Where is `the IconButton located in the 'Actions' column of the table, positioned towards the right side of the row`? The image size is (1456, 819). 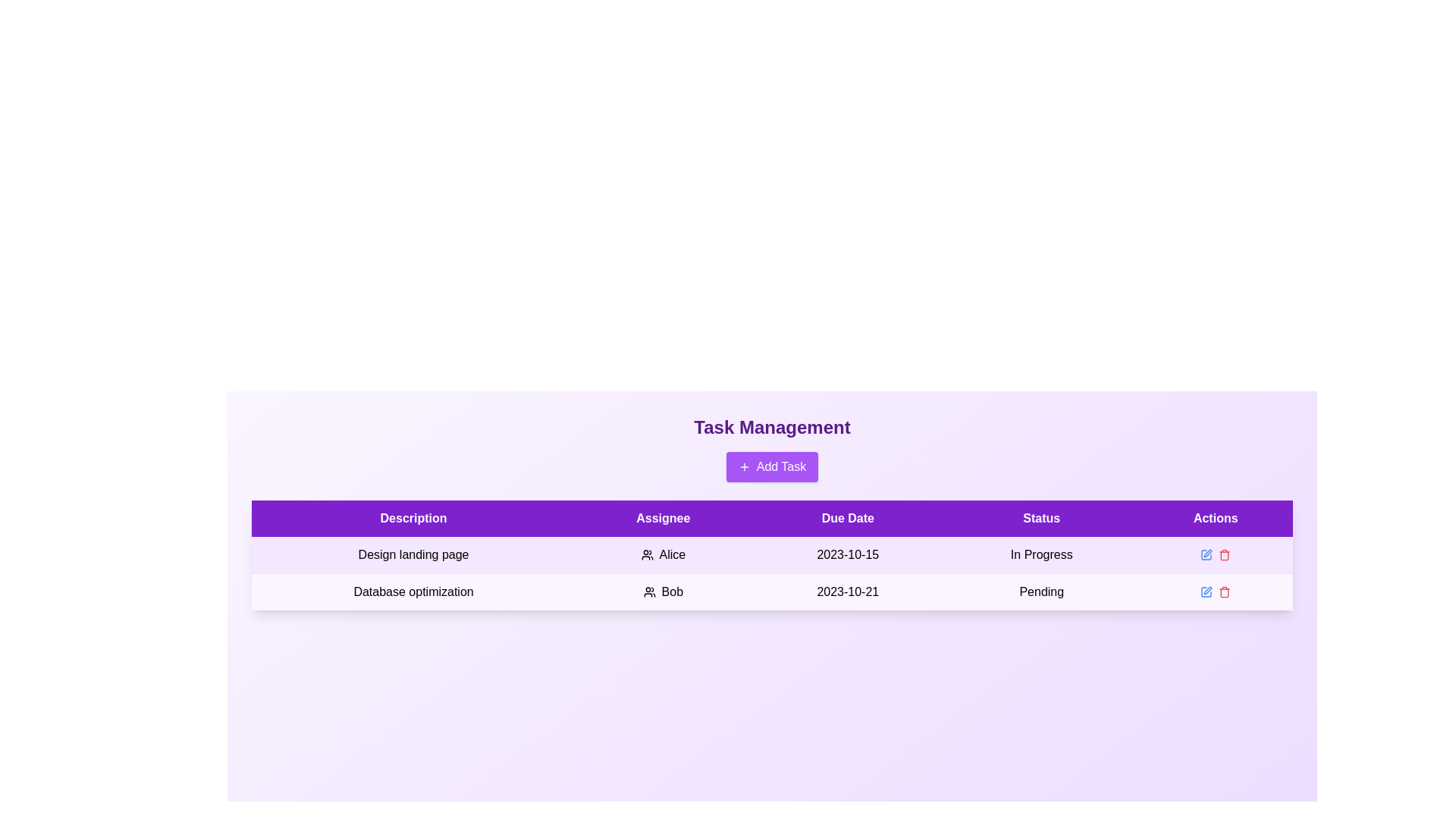 the IconButton located in the 'Actions' column of the table, positioned towards the right side of the row is located at coordinates (1206, 591).